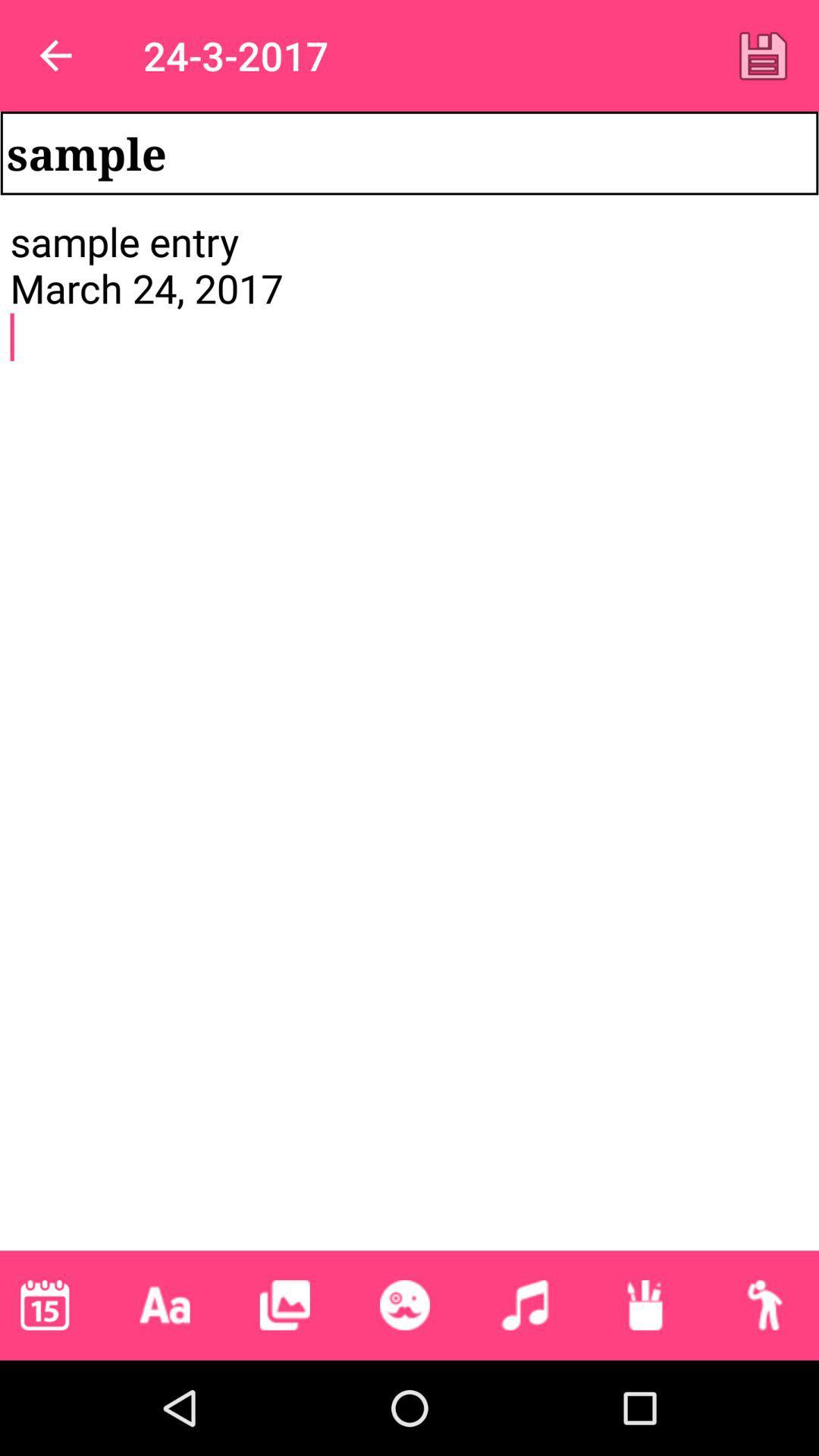 The width and height of the screenshot is (819, 1456). What do you see at coordinates (645, 1304) in the screenshot?
I see `pen style` at bounding box center [645, 1304].